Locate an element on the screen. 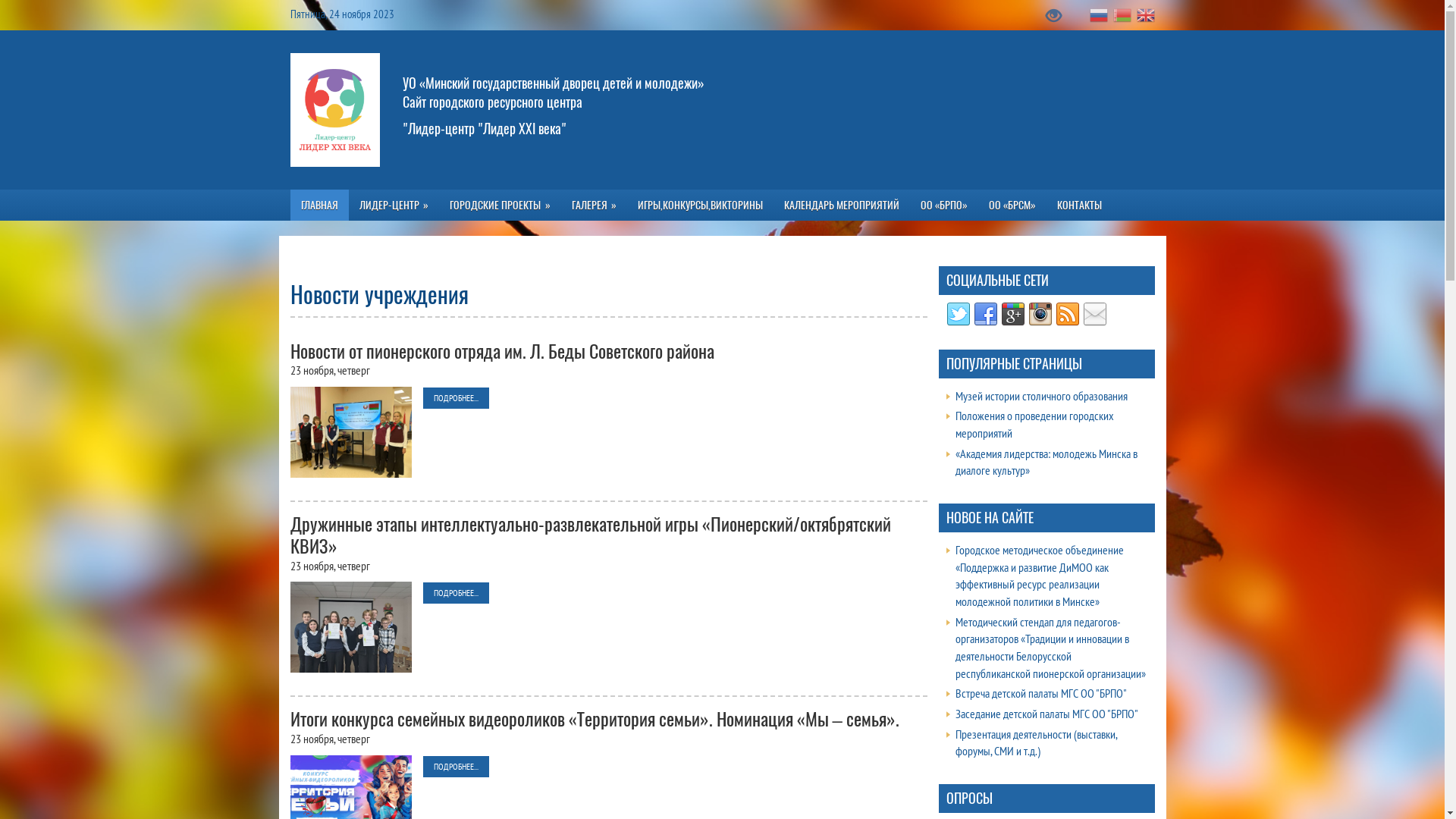 This screenshot has width=1456, height=819. 'Email' is located at coordinates (1095, 312).